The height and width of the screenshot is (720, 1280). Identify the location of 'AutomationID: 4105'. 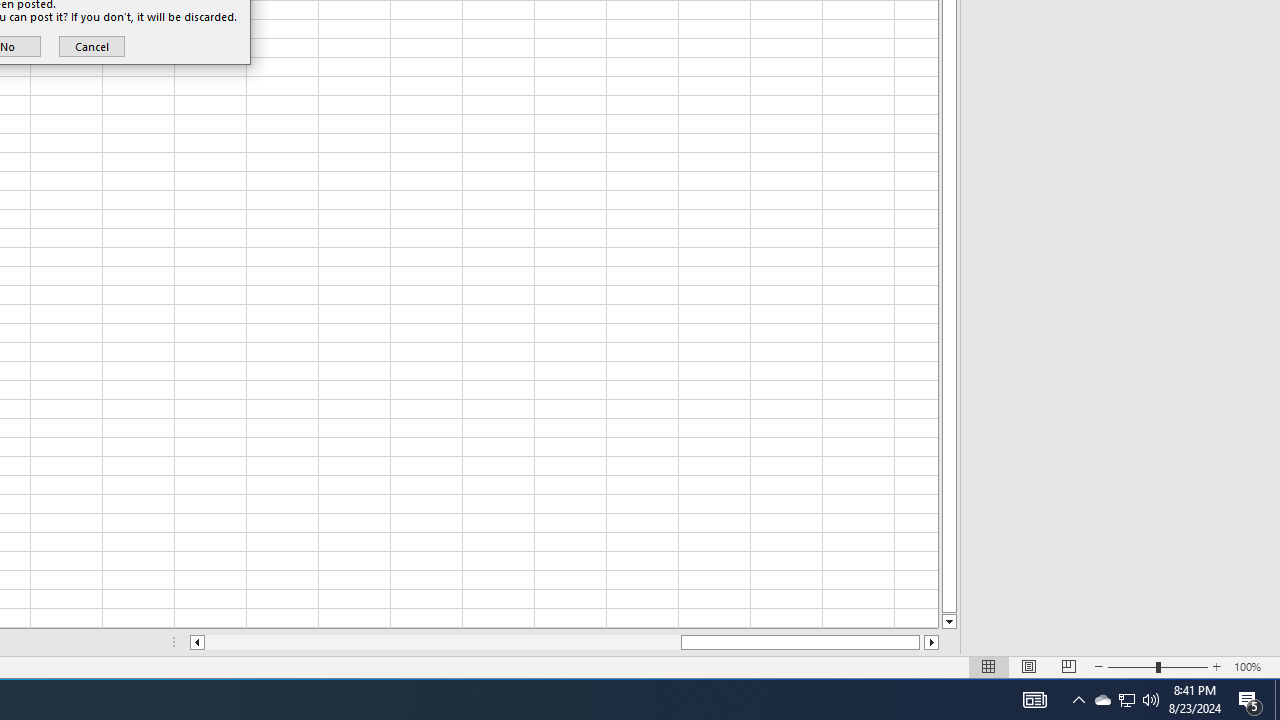
(1034, 698).